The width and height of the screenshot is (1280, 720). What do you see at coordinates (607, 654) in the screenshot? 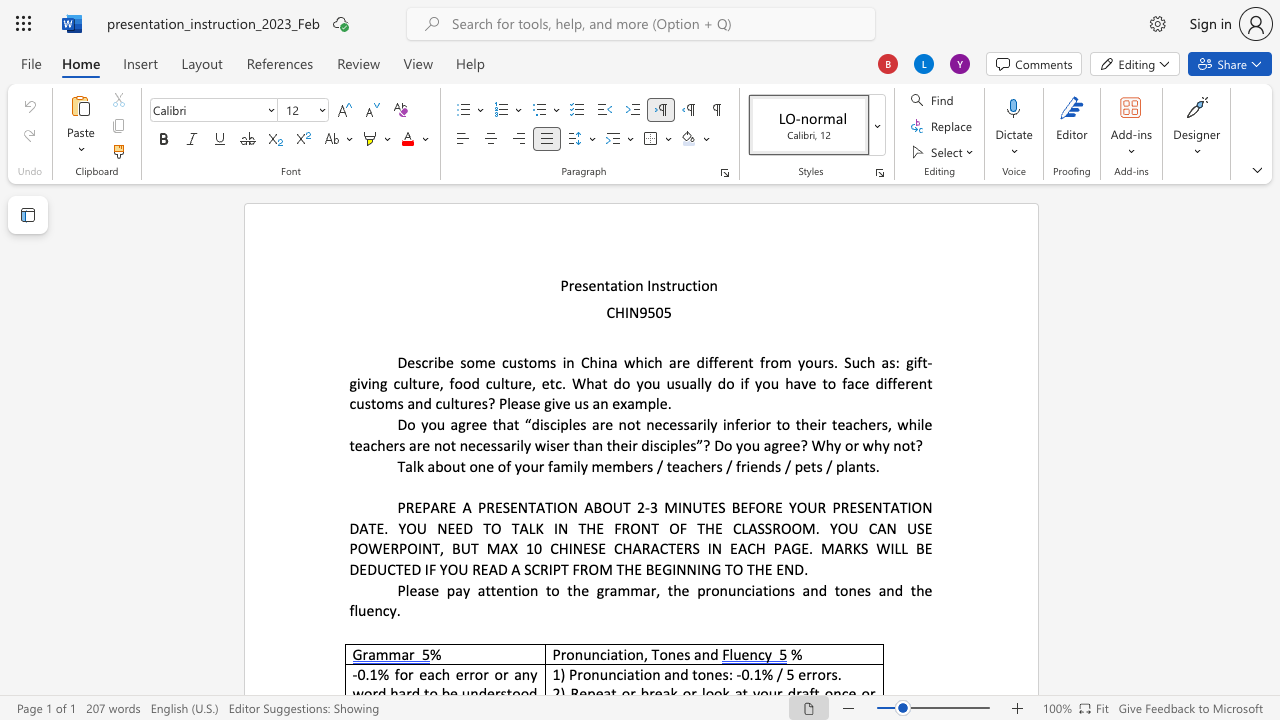
I see `the 1th character "i" in the text` at bounding box center [607, 654].